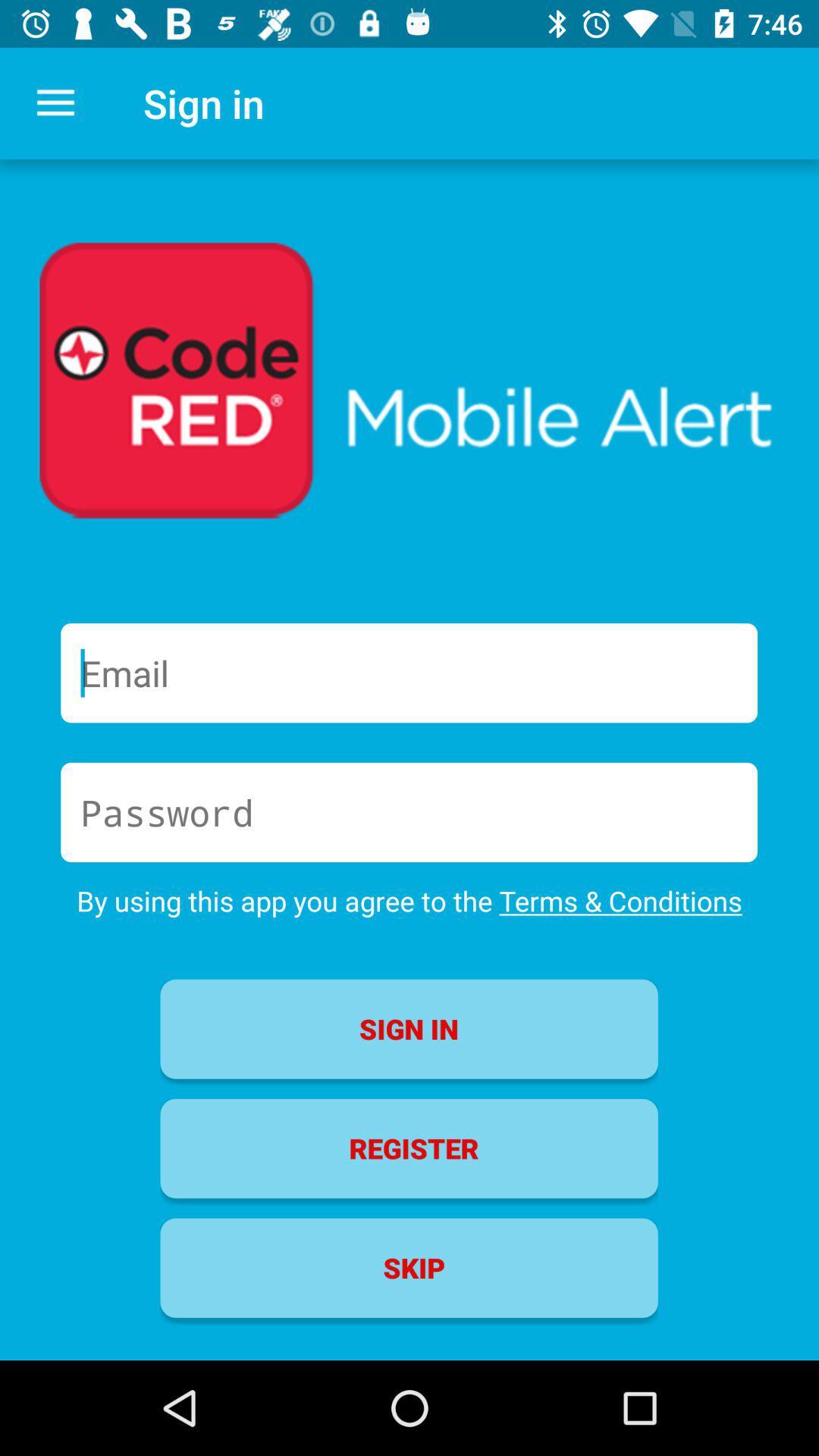 The height and width of the screenshot is (1456, 819). I want to click on type in the password, so click(408, 811).